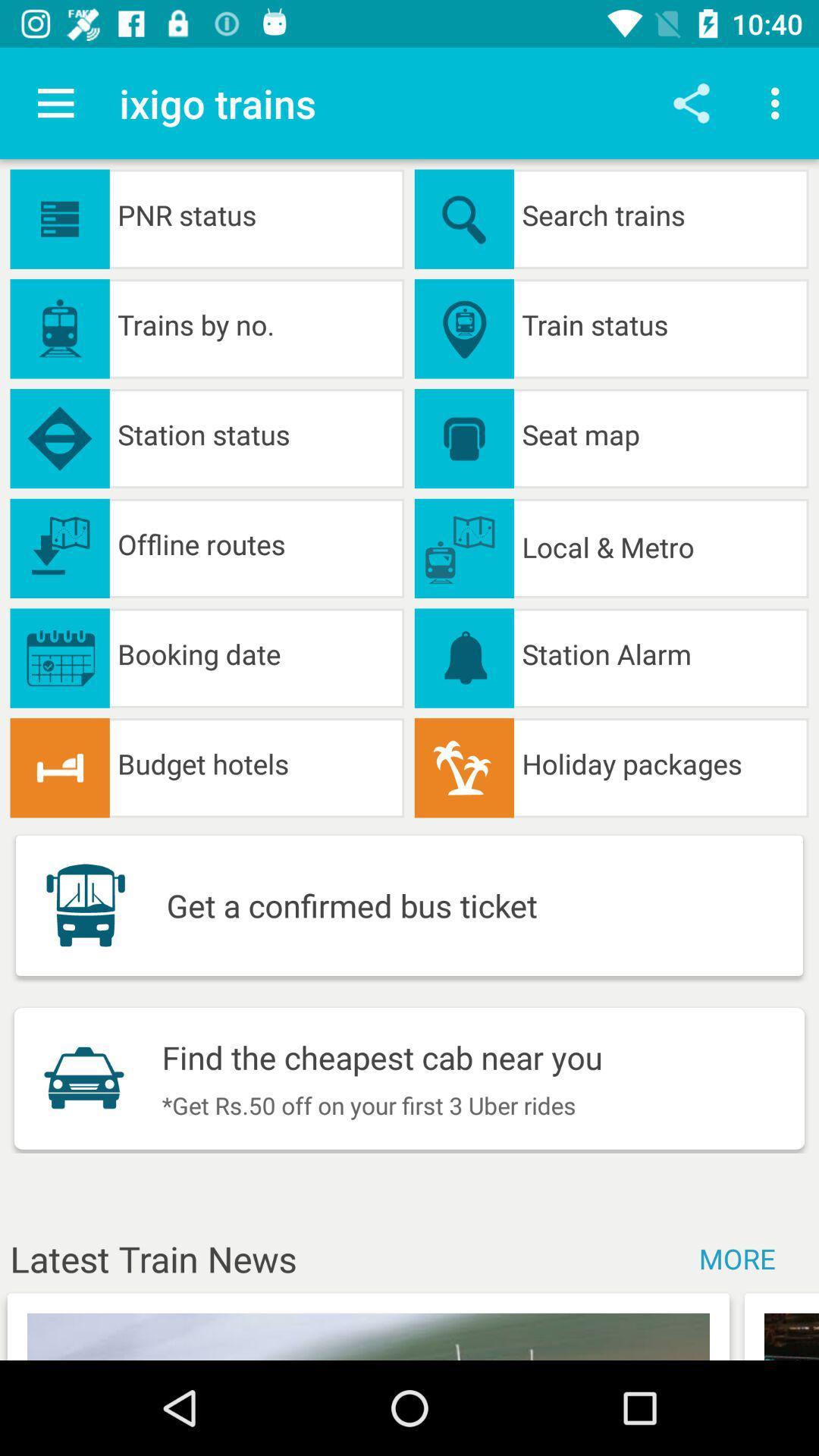  What do you see at coordinates (691, 102) in the screenshot?
I see `icon above the search trains icon` at bounding box center [691, 102].